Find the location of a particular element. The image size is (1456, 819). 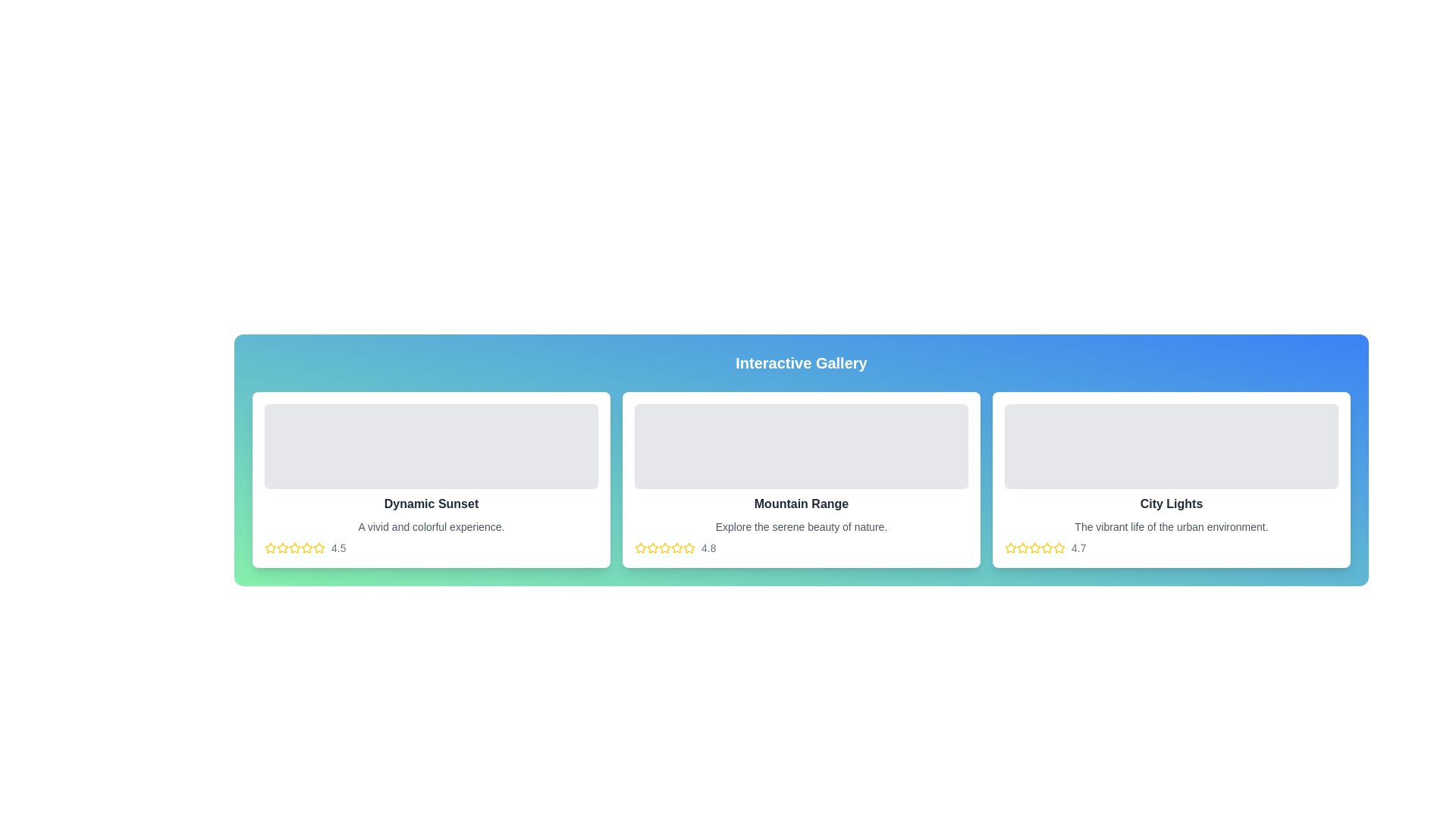

the 'City Lights' card element is located at coordinates (1171, 479).